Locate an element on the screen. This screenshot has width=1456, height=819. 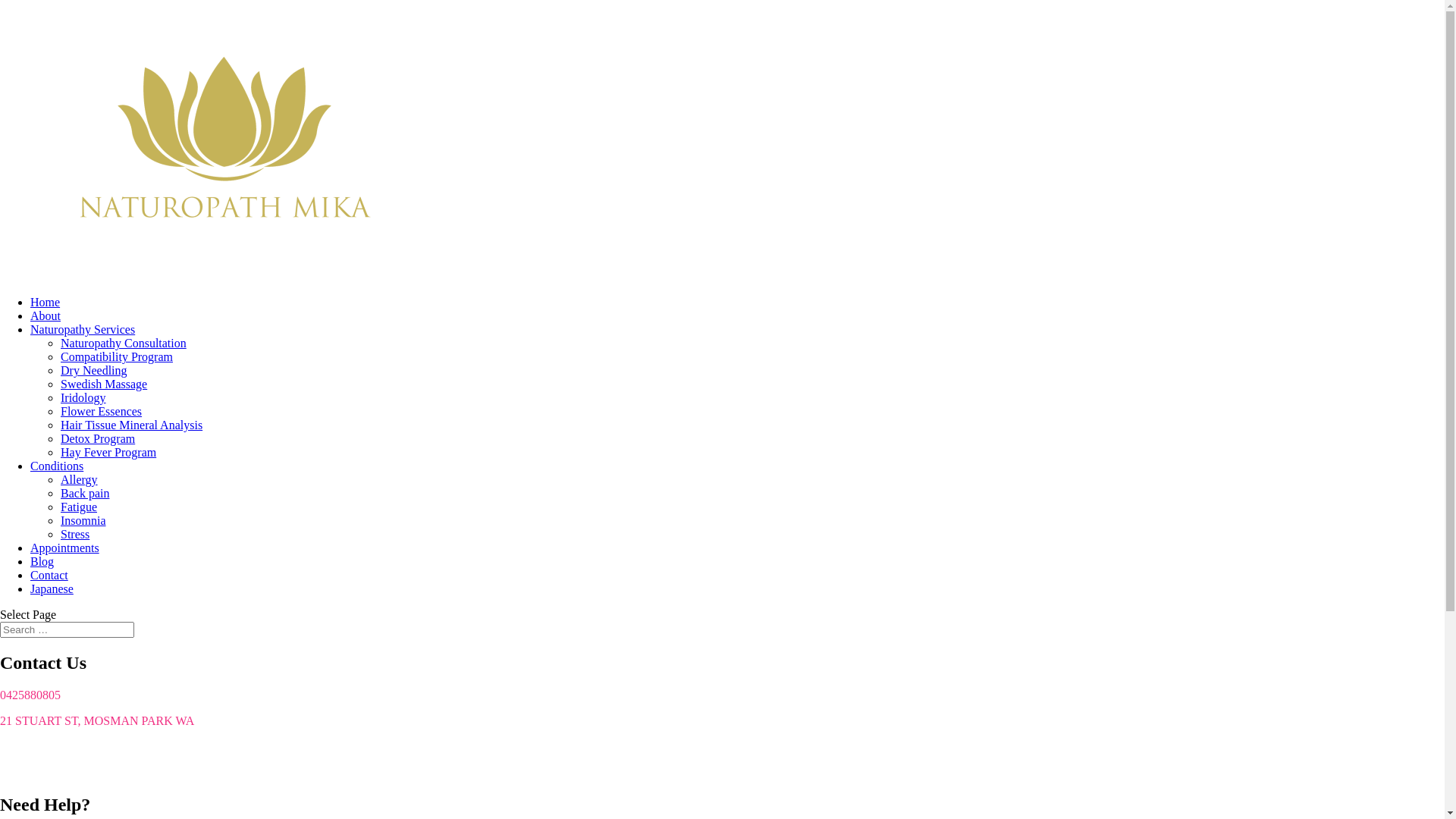
'Conditions' is located at coordinates (57, 465).